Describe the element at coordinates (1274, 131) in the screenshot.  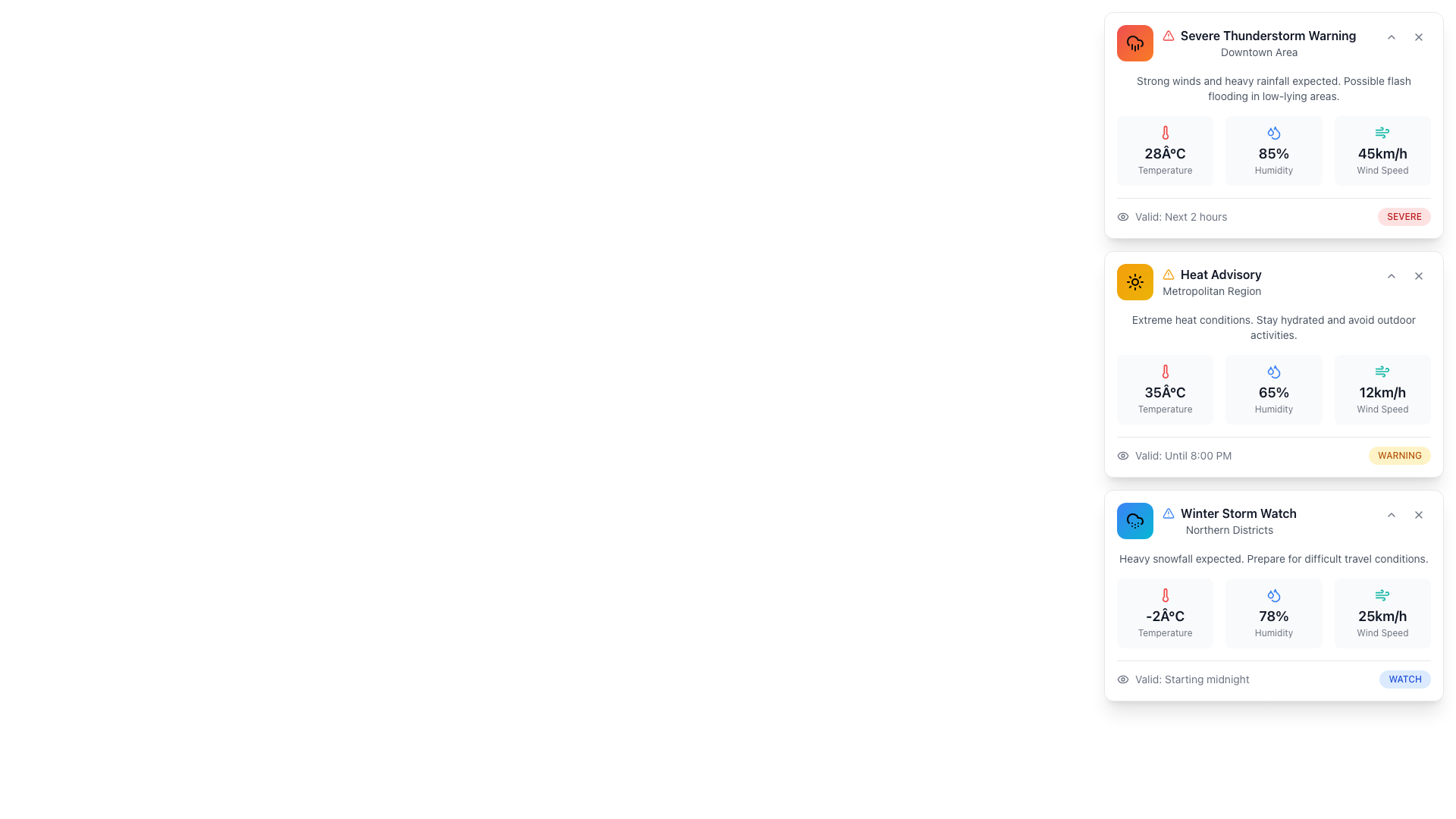
I see `the blue water droplets icon indicating humidity, which is located above the '85%' text in the 'Humidity' section of the 'Severe Thunderstorm Warning' card` at that location.